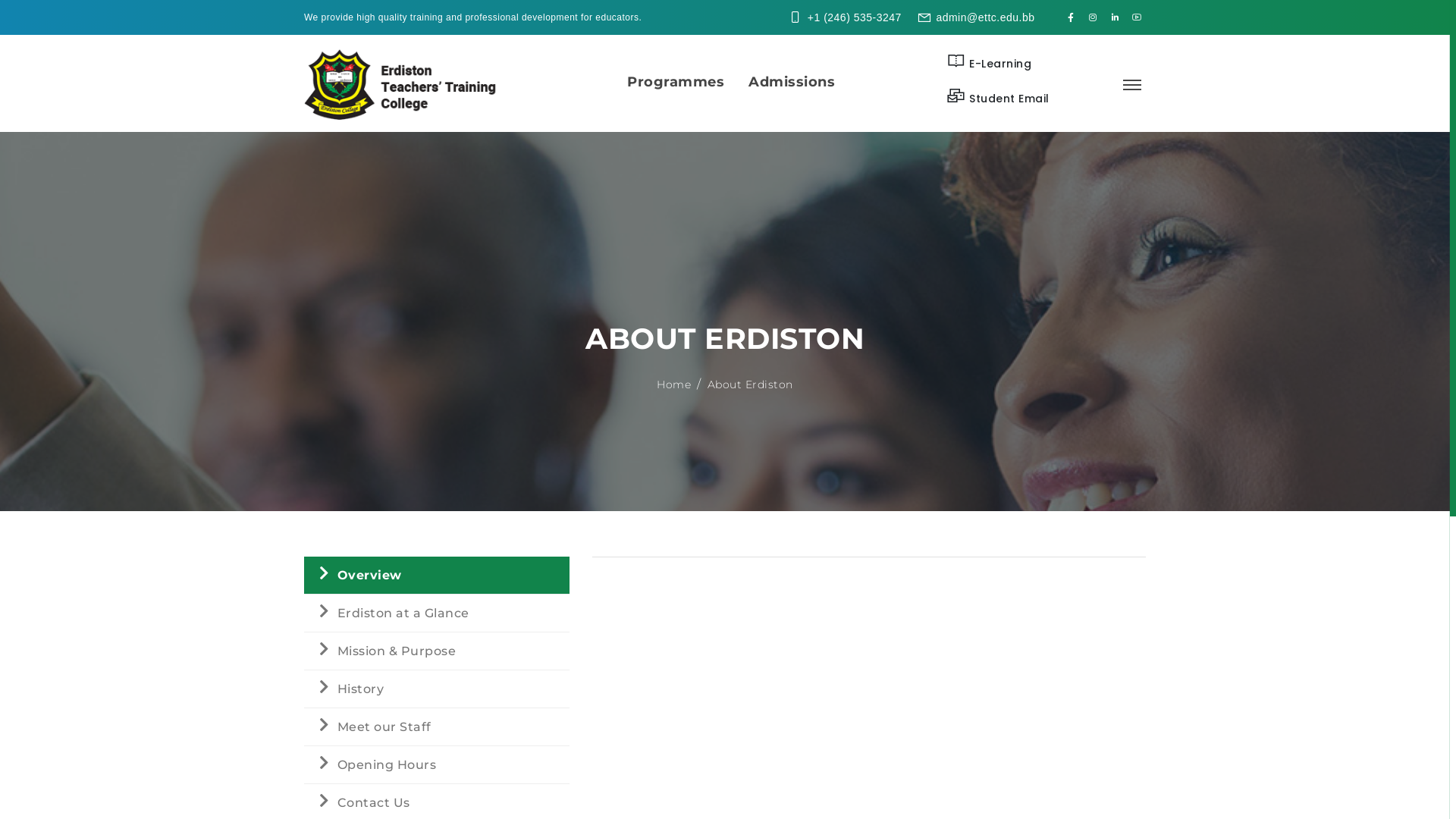 Image resolution: width=1456 pixels, height=819 pixels. What do you see at coordinates (855, 17) in the screenshot?
I see `'+1 (246) 535-3247'` at bounding box center [855, 17].